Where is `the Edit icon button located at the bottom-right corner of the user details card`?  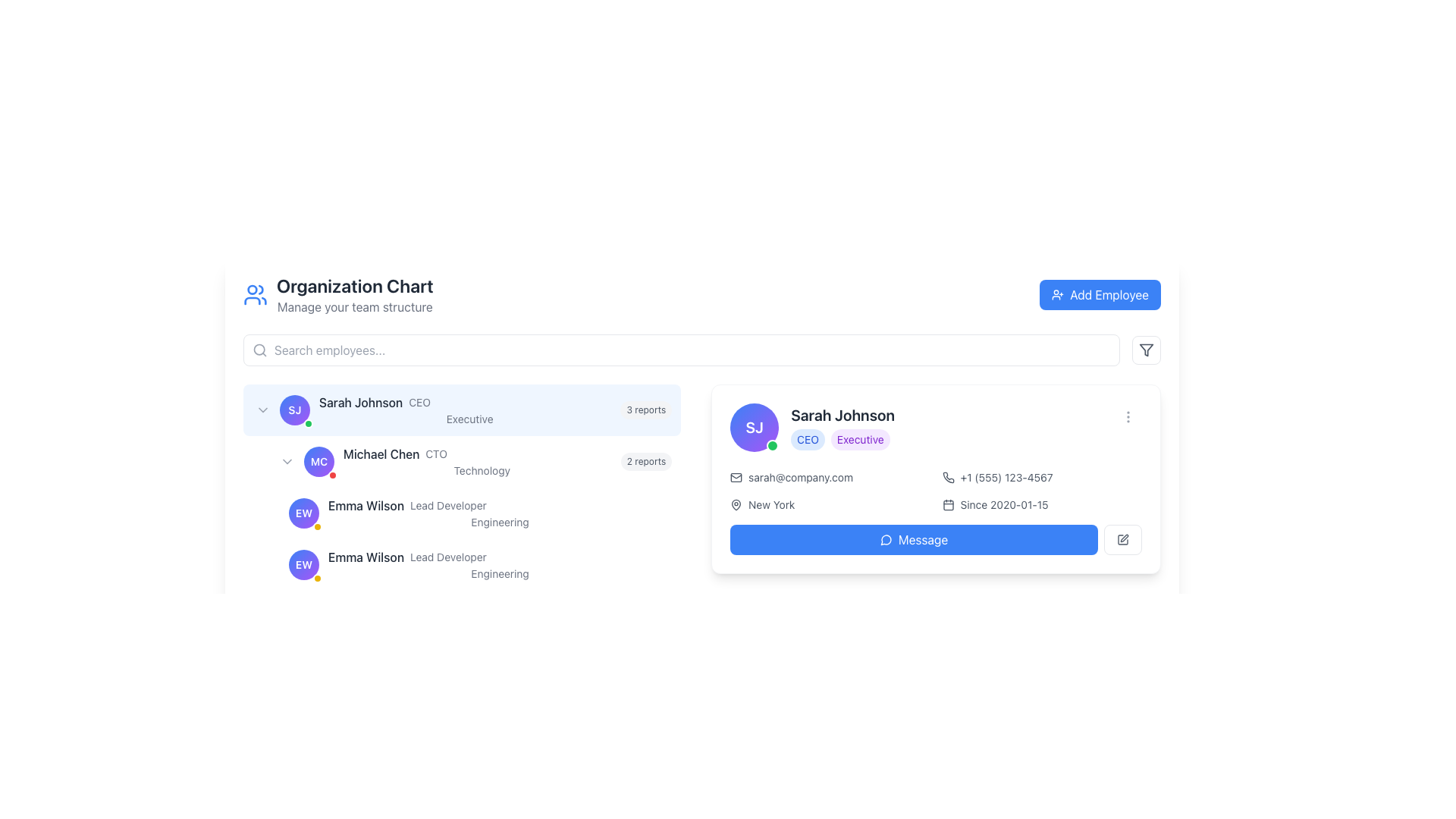
the Edit icon button located at the bottom-right corner of the user details card is located at coordinates (1123, 539).